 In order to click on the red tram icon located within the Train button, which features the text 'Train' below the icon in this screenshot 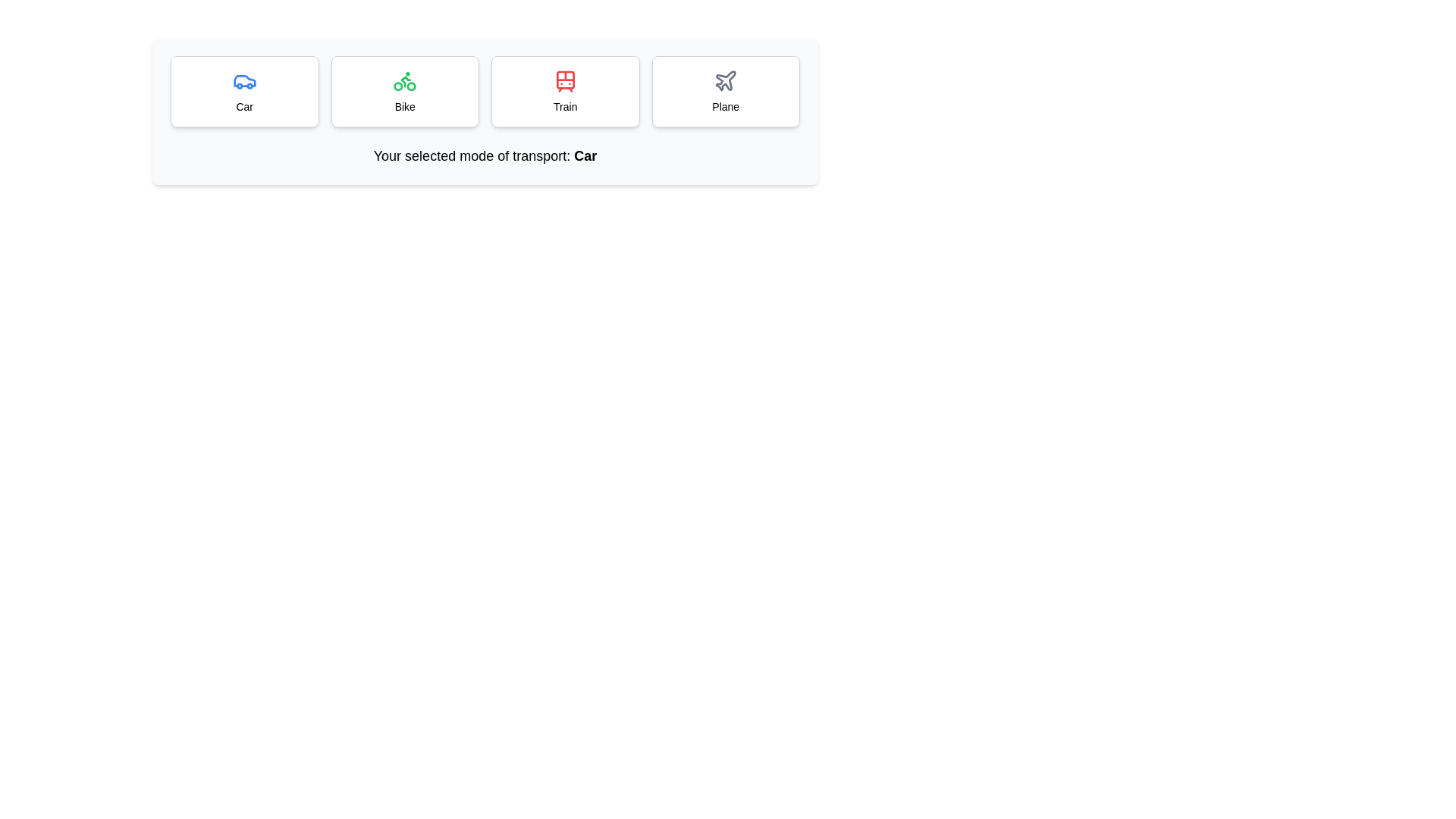, I will do `click(564, 81)`.